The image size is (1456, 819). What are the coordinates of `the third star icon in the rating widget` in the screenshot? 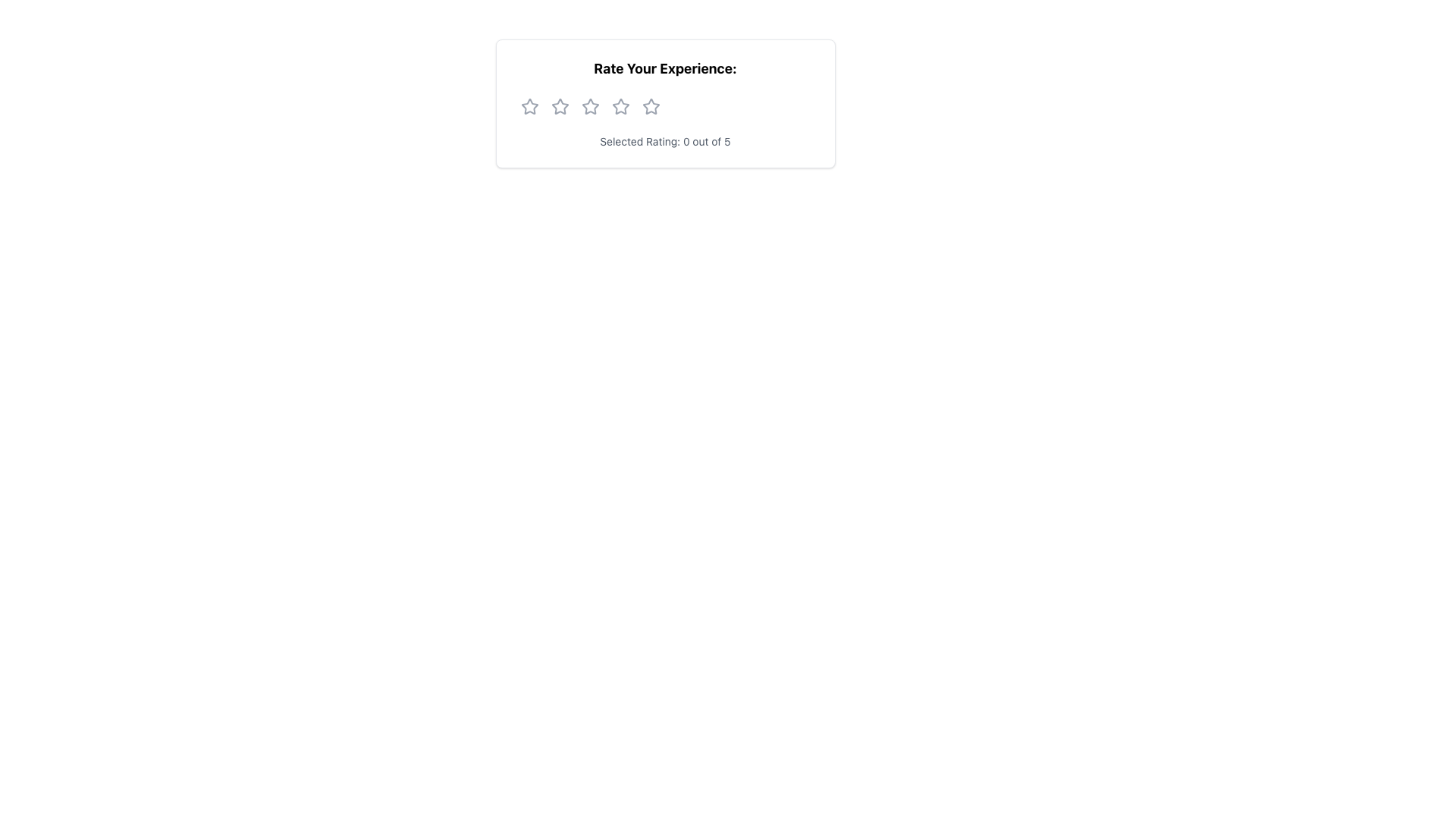 It's located at (651, 105).